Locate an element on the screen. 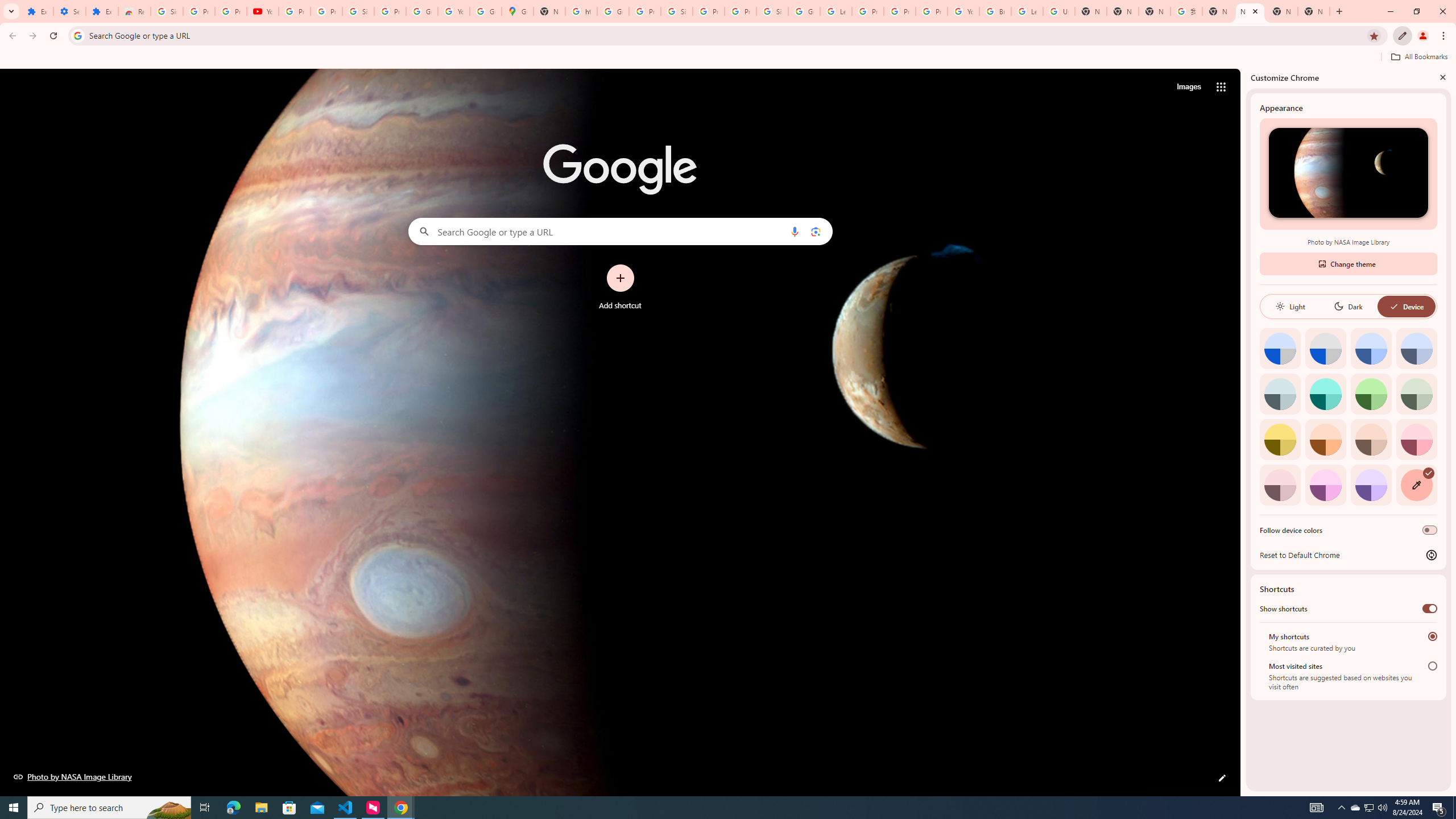  'Apricot' is located at coordinates (1371, 439).